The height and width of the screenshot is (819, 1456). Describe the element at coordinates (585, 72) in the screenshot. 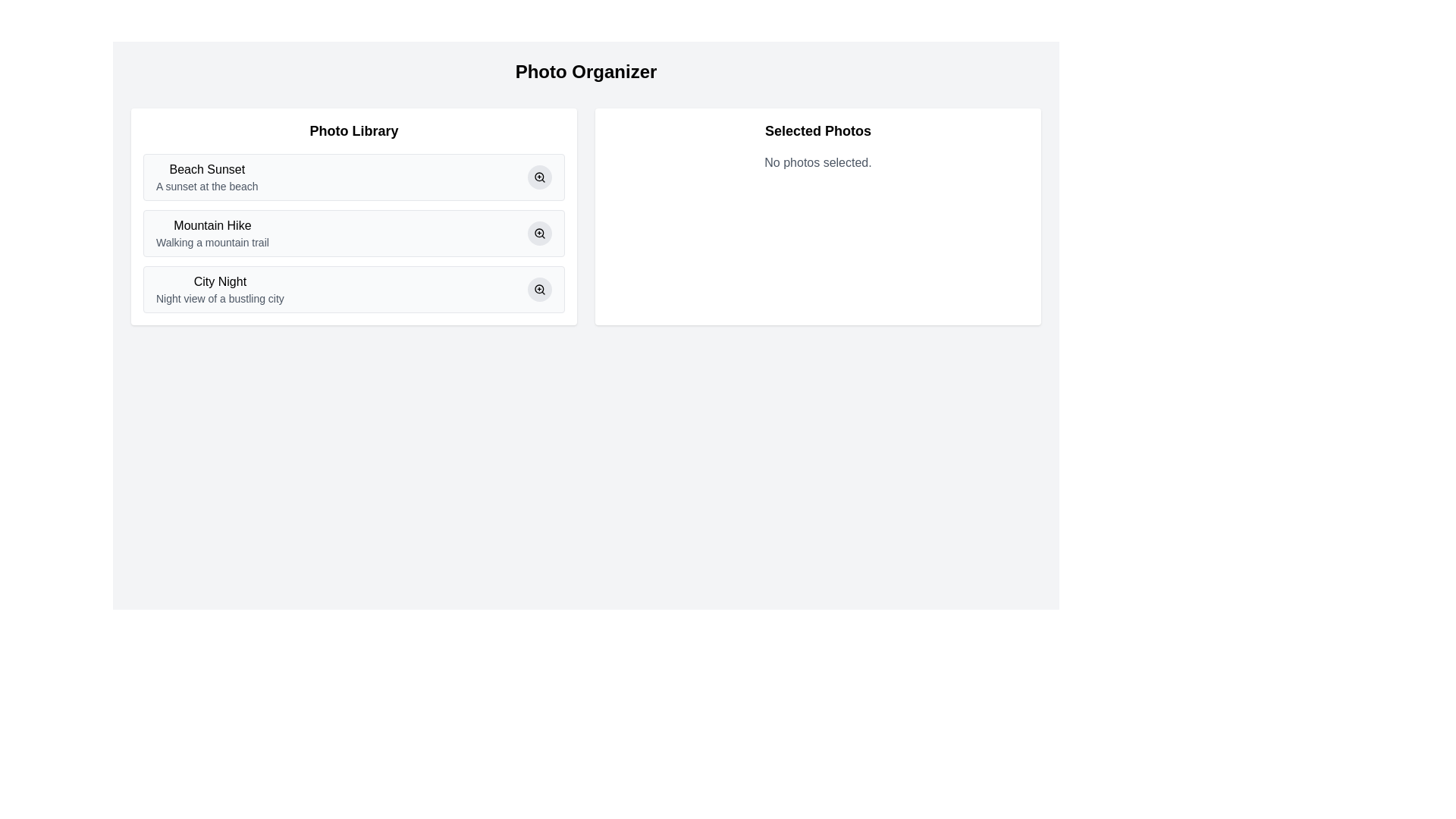

I see `the text heading 'Photo Organizer', which is styled with a bold font and large size, located at the top center of the interface` at that location.